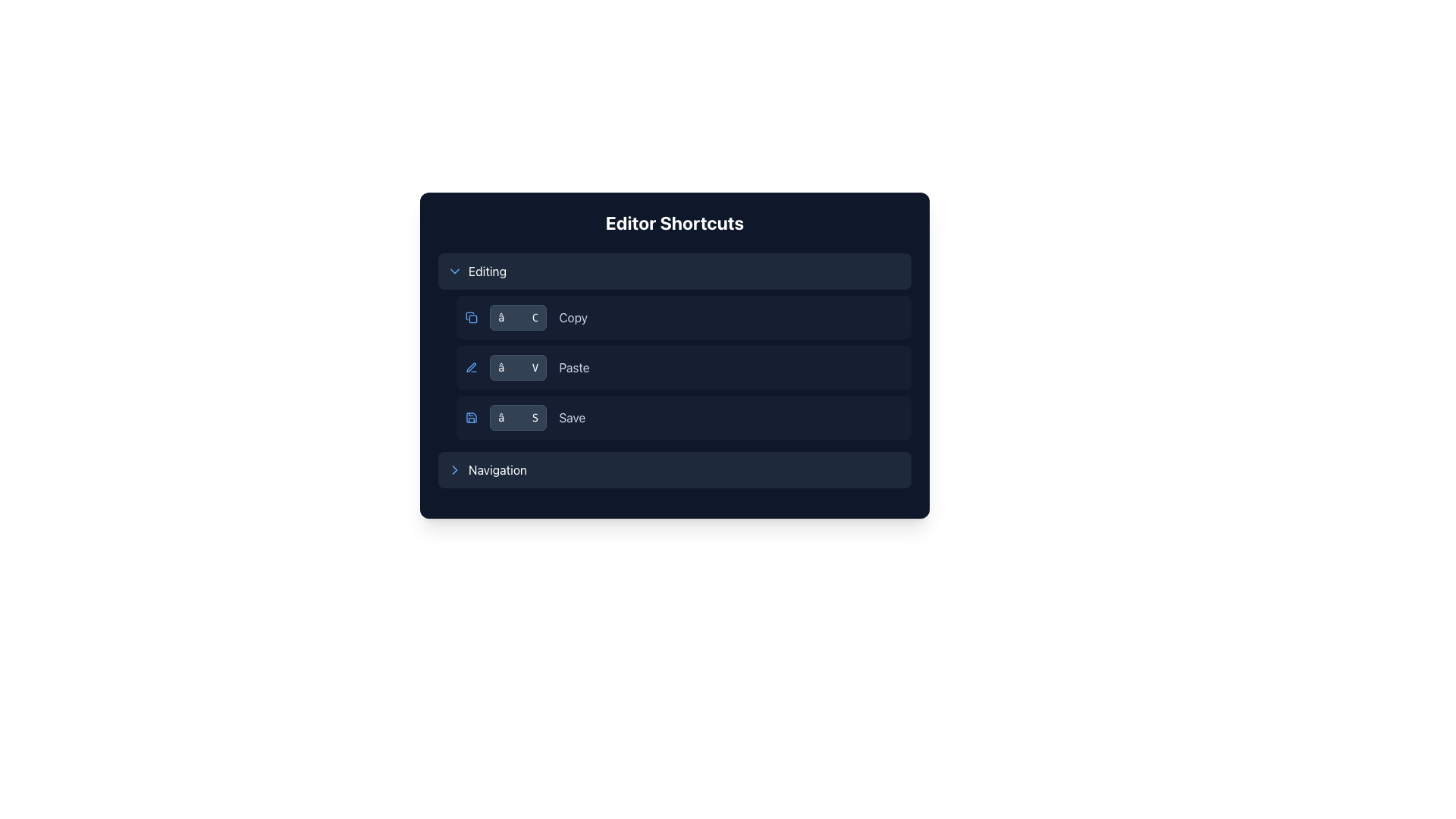 Image resolution: width=1456 pixels, height=819 pixels. Describe the element at coordinates (471, 317) in the screenshot. I see `the Copy icon located in the top row under the 'Editing' category of the 'Editor Shortcuts' menu, which precedes the shortcut key combination '⌘ C'` at that location.